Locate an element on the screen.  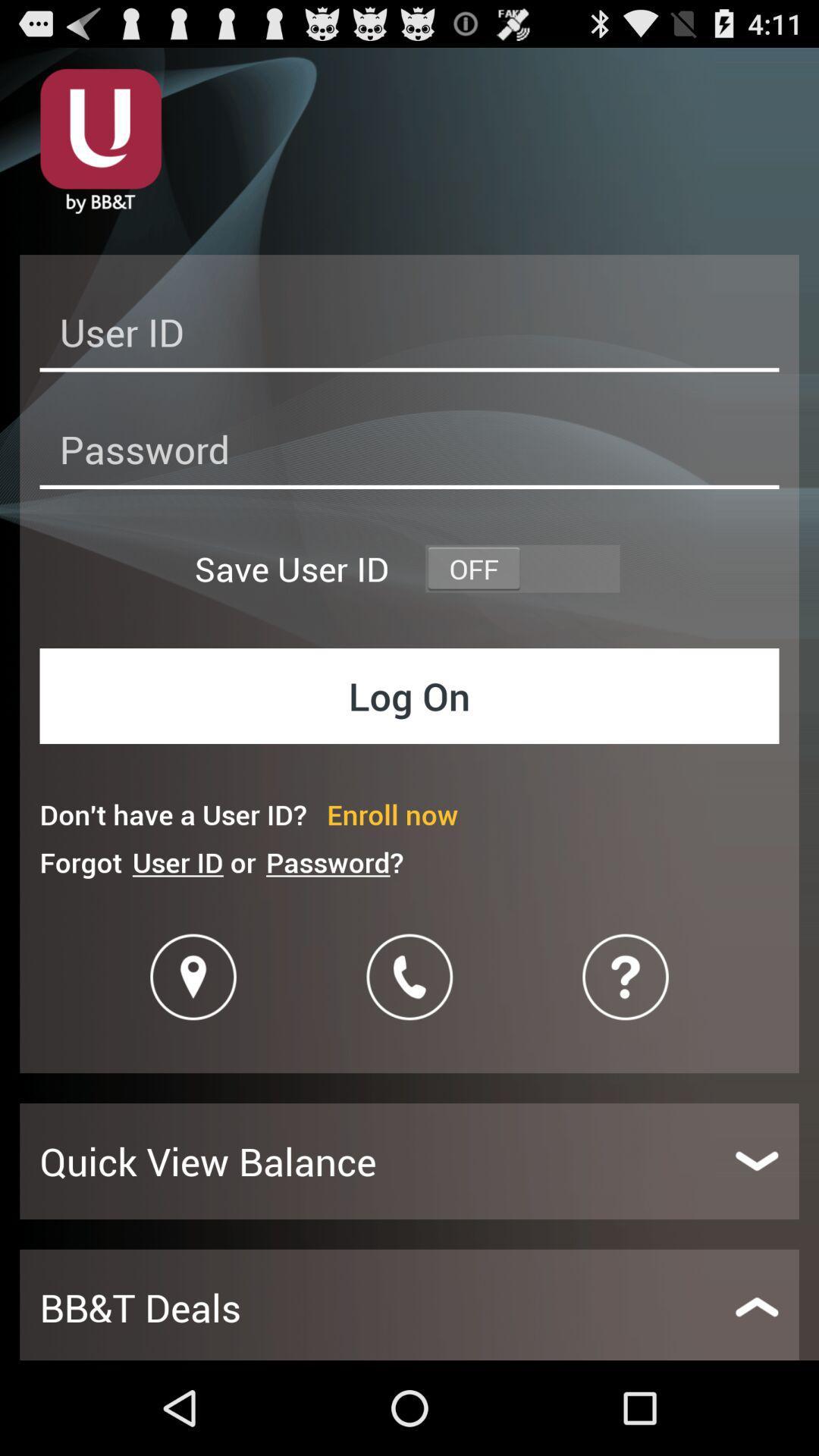
password is located at coordinates (409, 453).